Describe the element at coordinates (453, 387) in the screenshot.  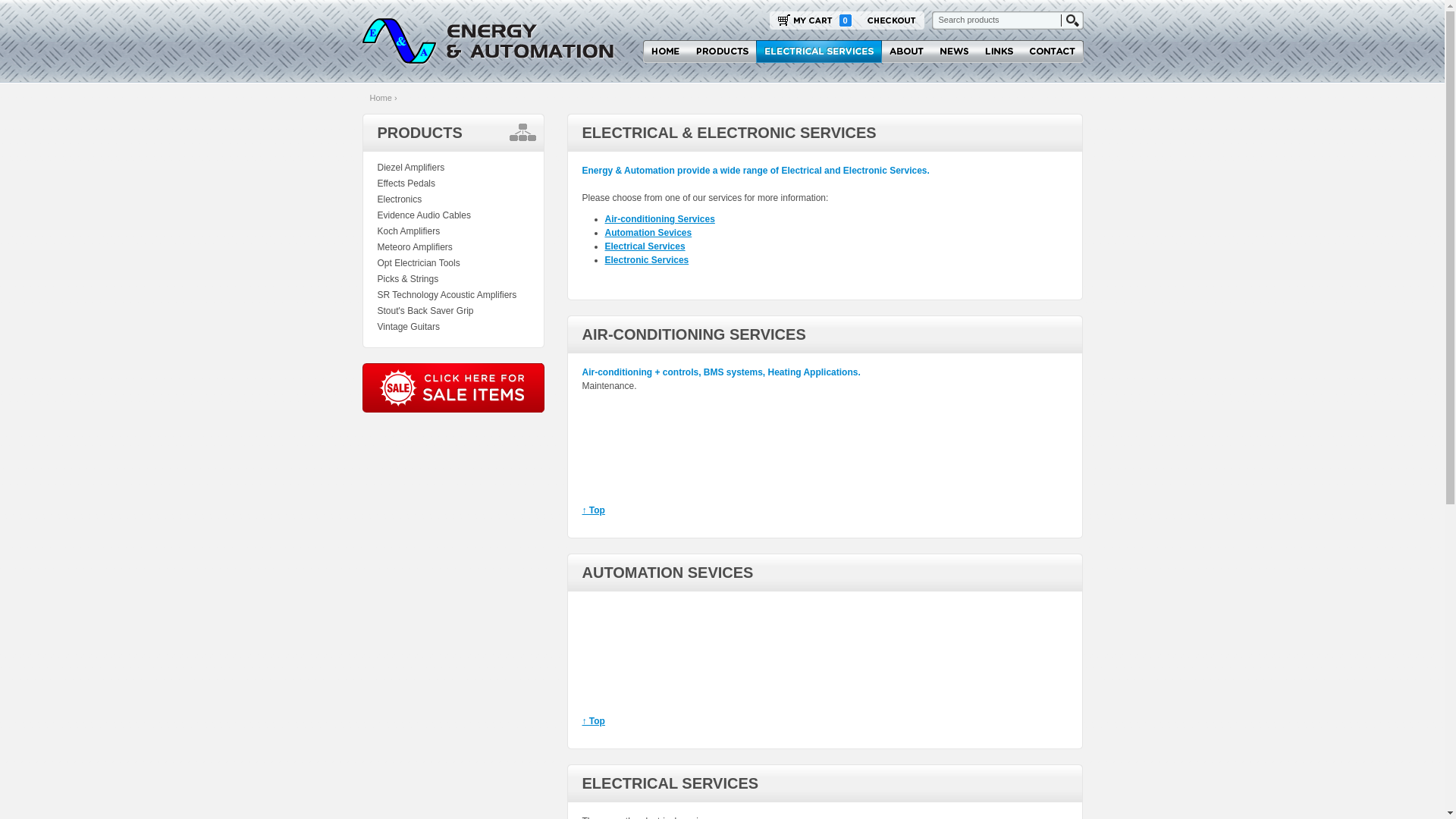
I see `'Energy & Automation Sale Items'` at that location.